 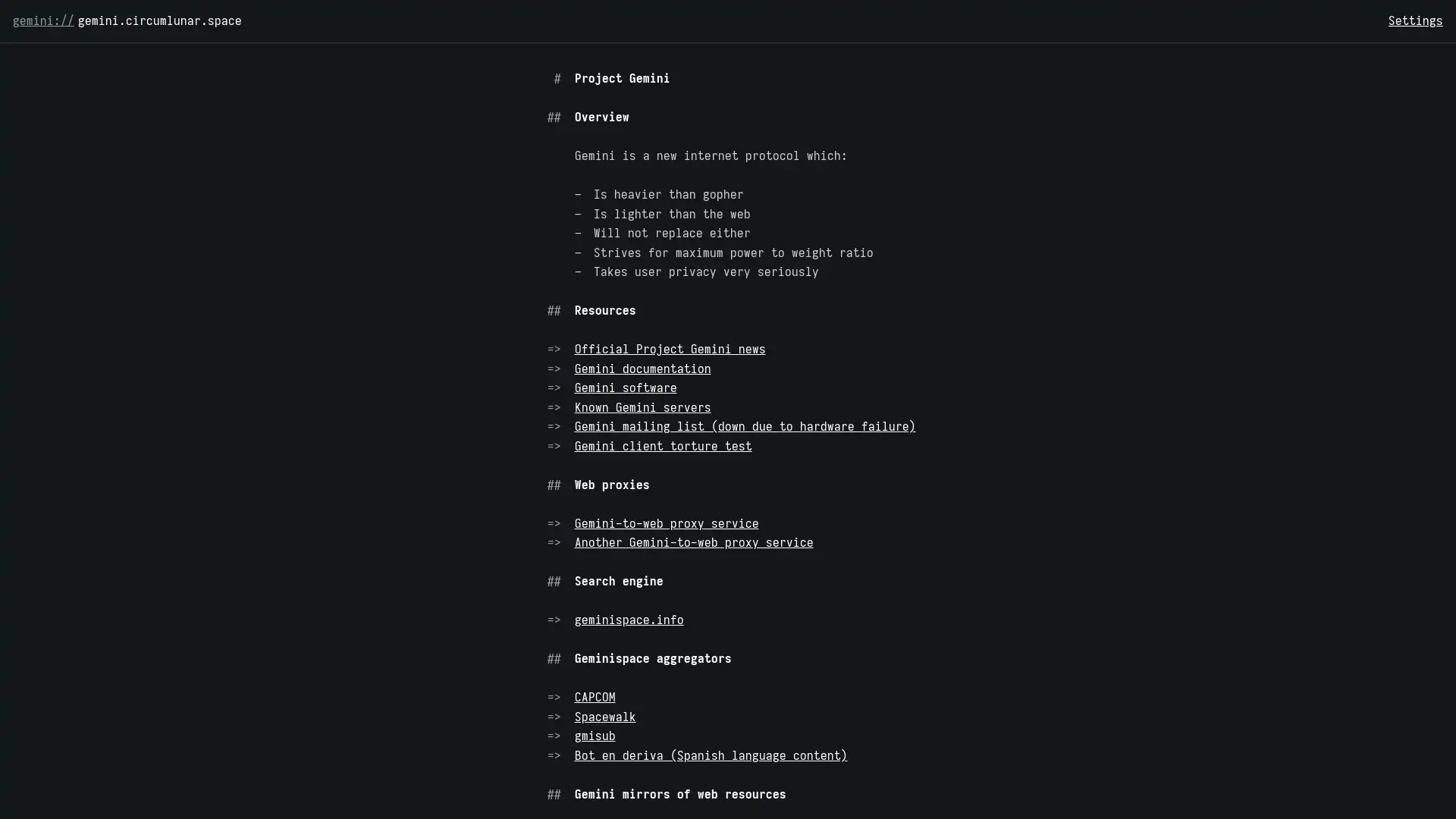 What do you see at coordinates (1415, 20) in the screenshot?
I see `Settings` at bounding box center [1415, 20].